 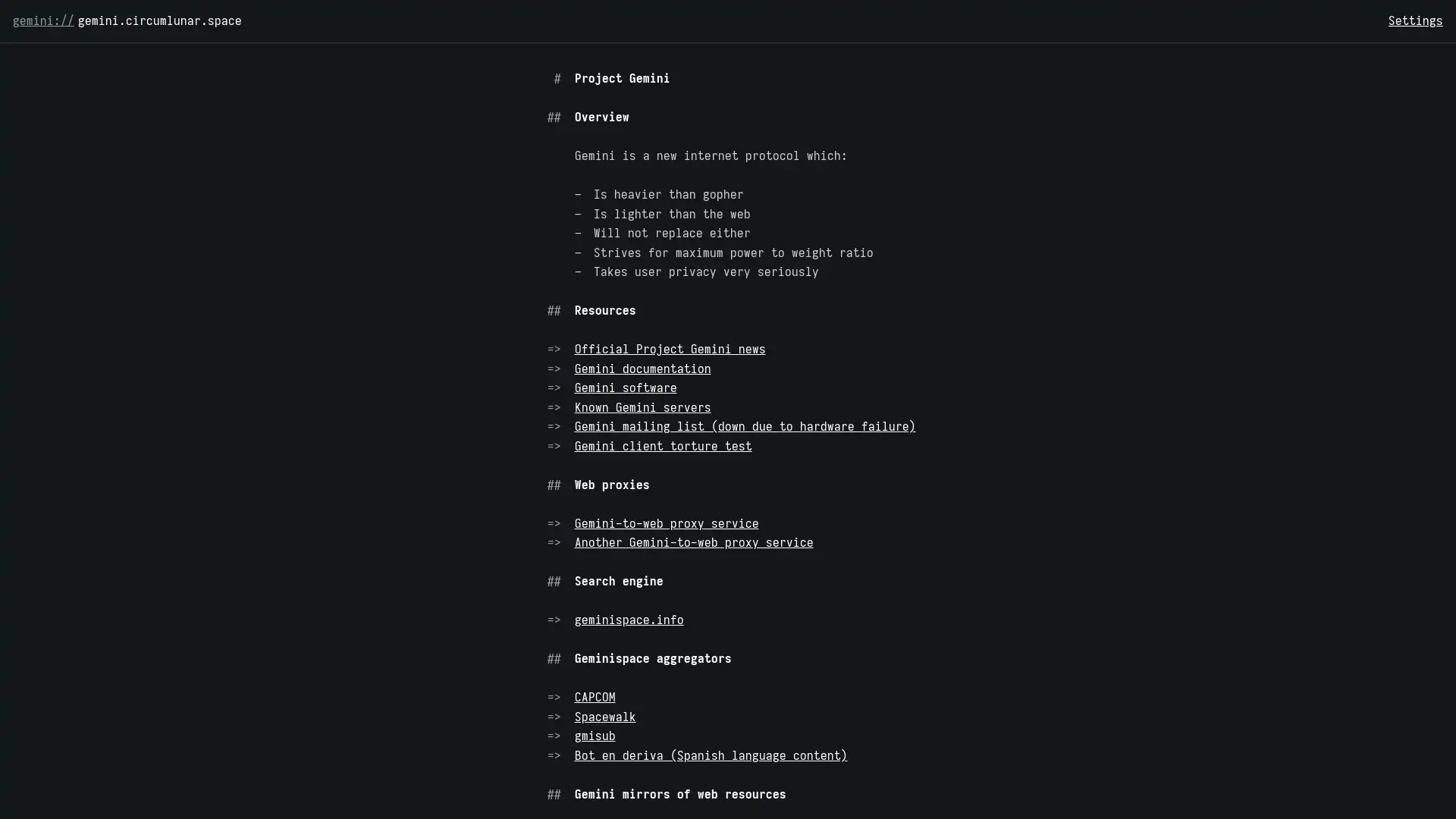 What do you see at coordinates (1415, 20) in the screenshot?
I see `Settings` at bounding box center [1415, 20].